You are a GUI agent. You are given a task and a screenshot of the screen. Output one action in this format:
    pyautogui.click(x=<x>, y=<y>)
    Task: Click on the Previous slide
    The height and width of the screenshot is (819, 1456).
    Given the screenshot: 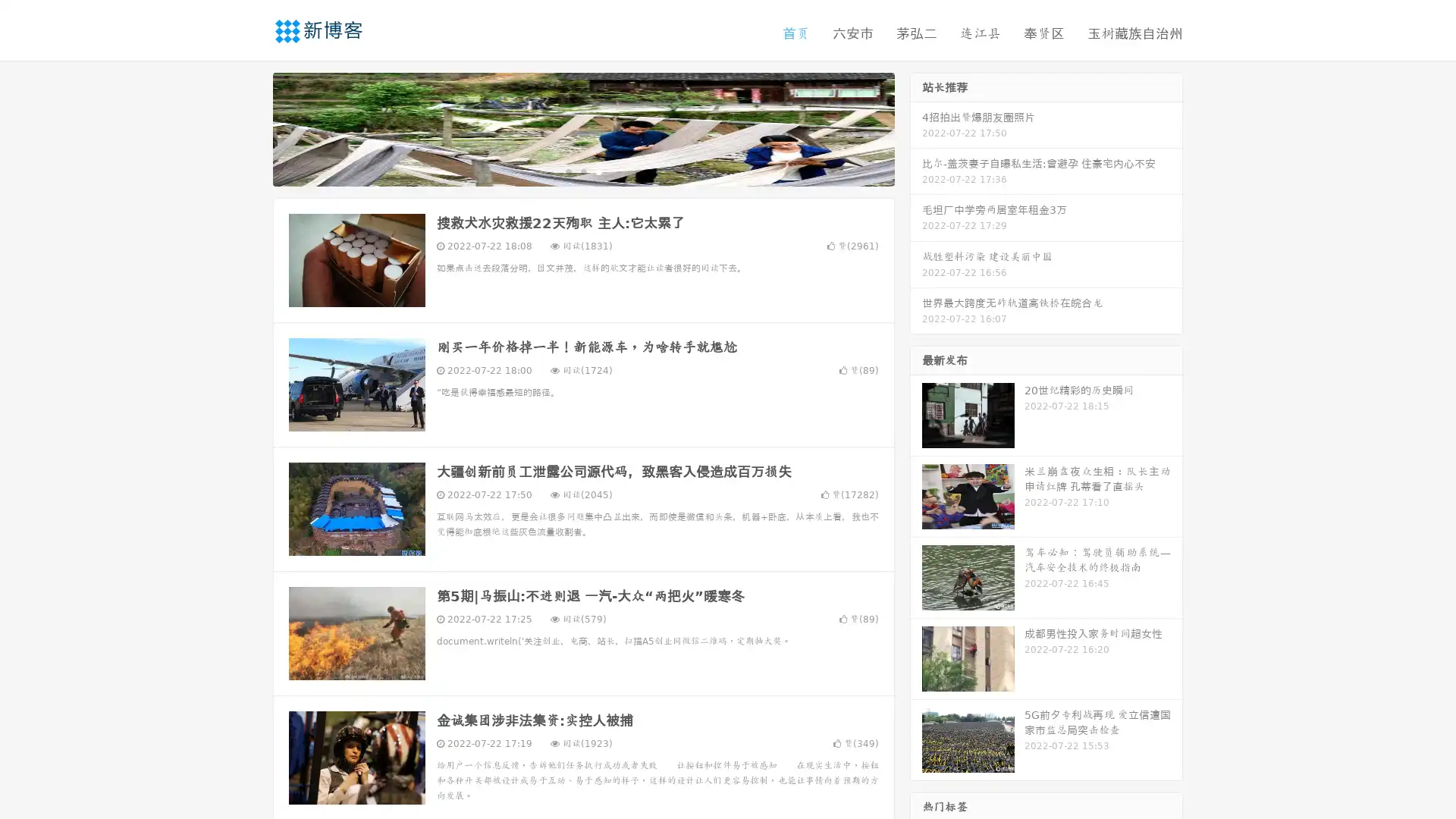 What is the action you would take?
    pyautogui.click(x=250, y=127)
    